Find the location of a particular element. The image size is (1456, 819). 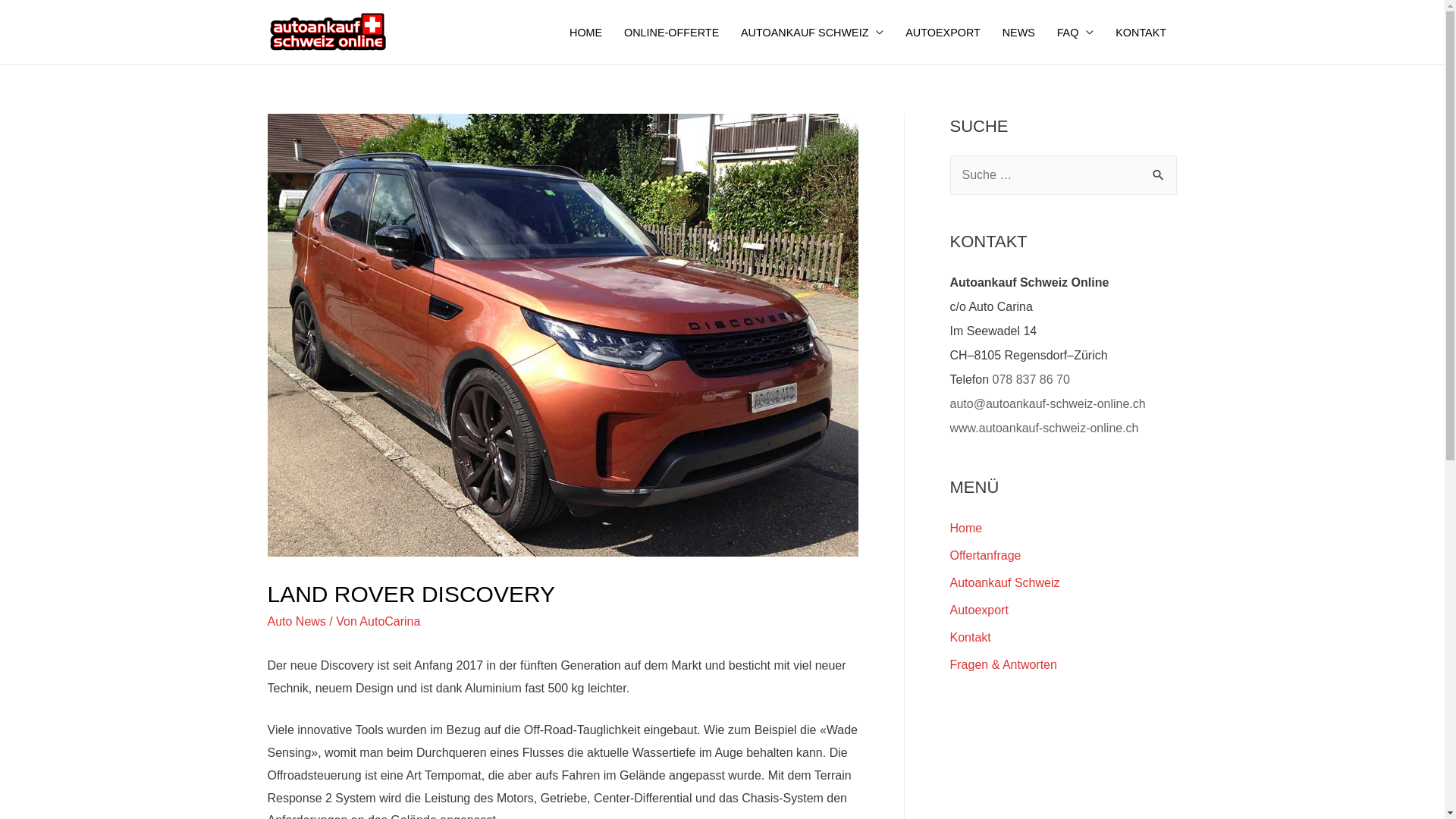

'Offertanfrage' is located at coordinates (985, 555).